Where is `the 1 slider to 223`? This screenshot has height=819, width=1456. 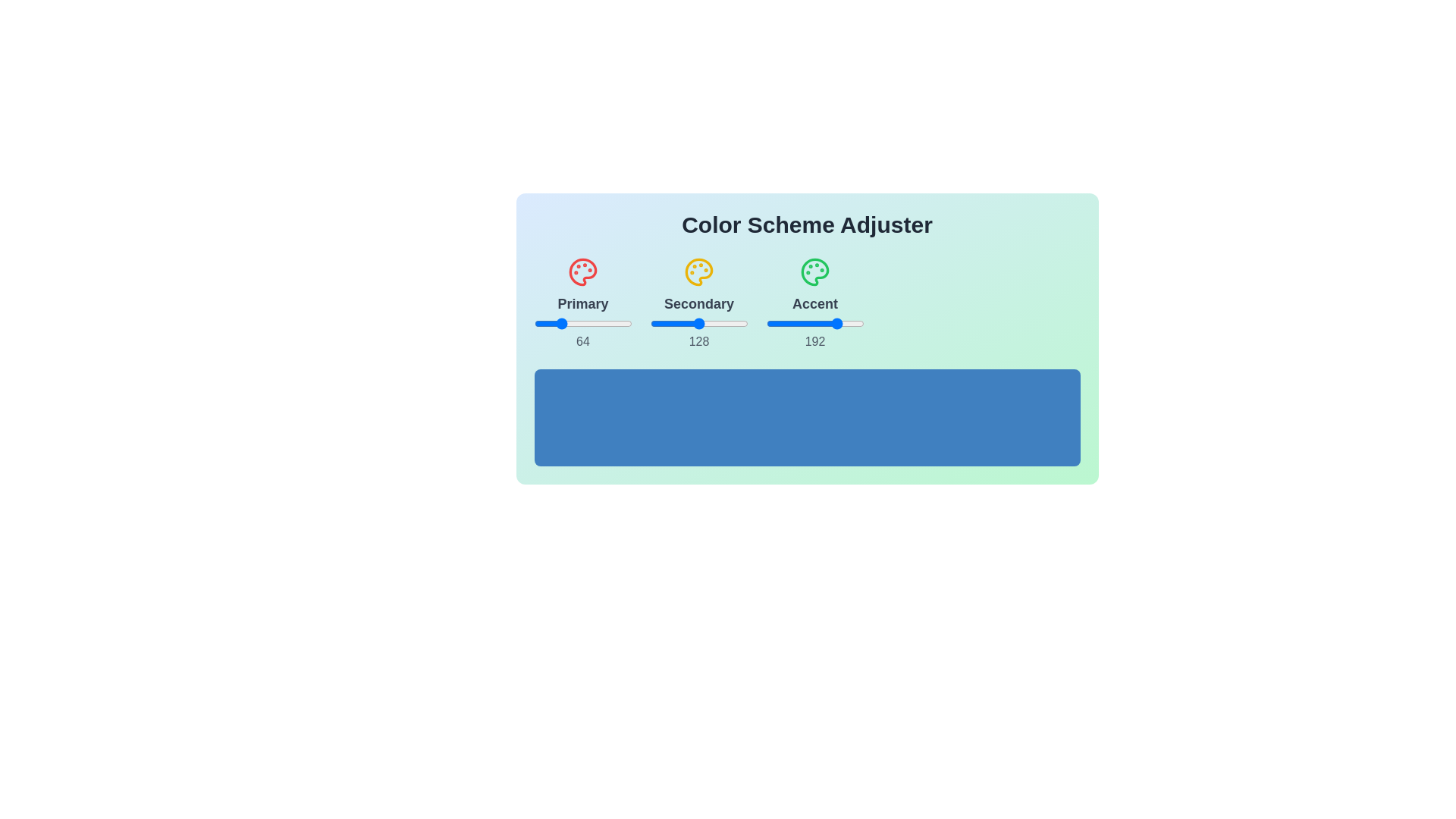 the 1 slider to 223 is located at coordinates (784, 323).